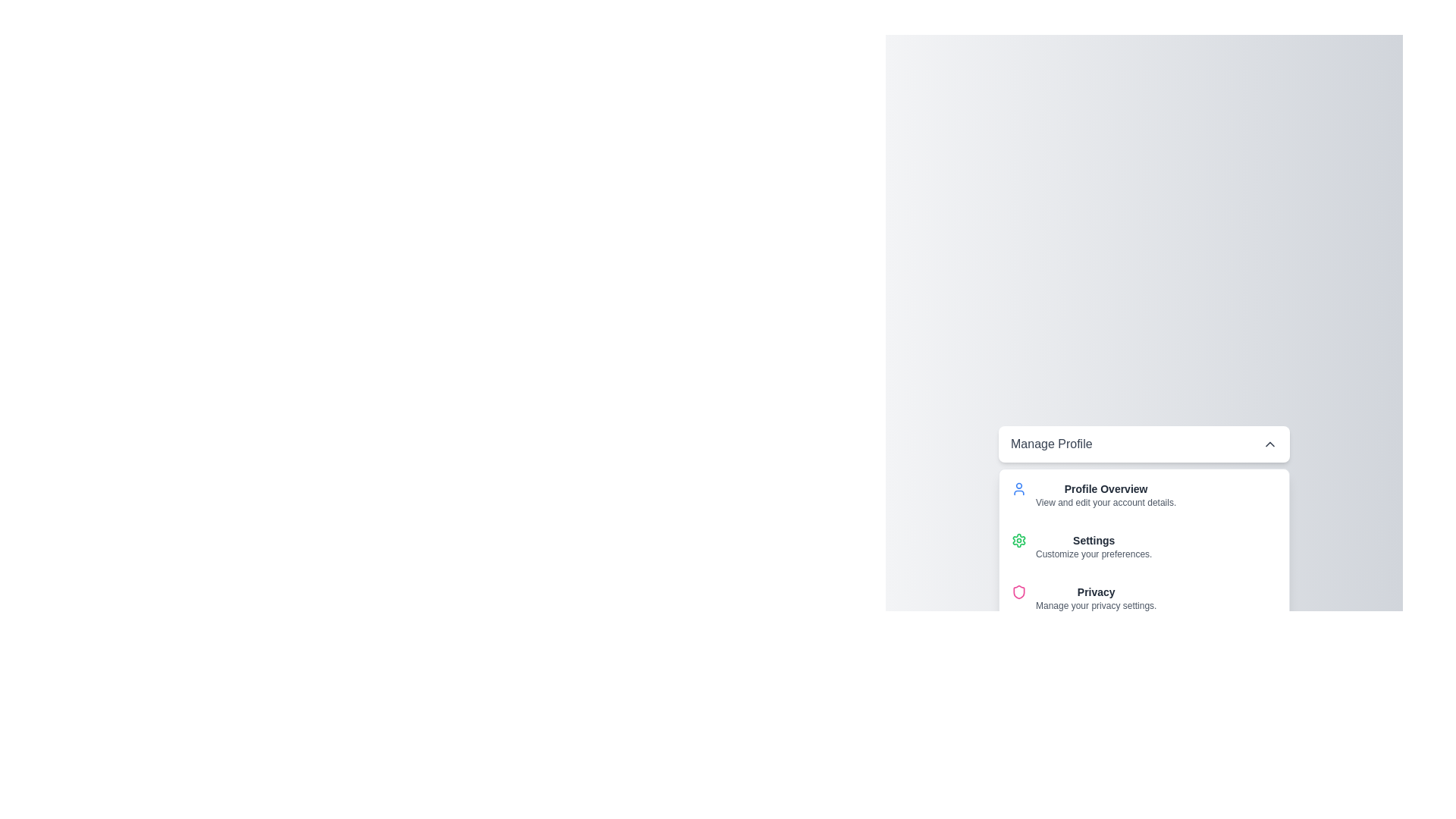  I want to click on the third item in the dropdown menu titled 'Manage Profile' that provides information about privacy settings, so click(1096, 598).